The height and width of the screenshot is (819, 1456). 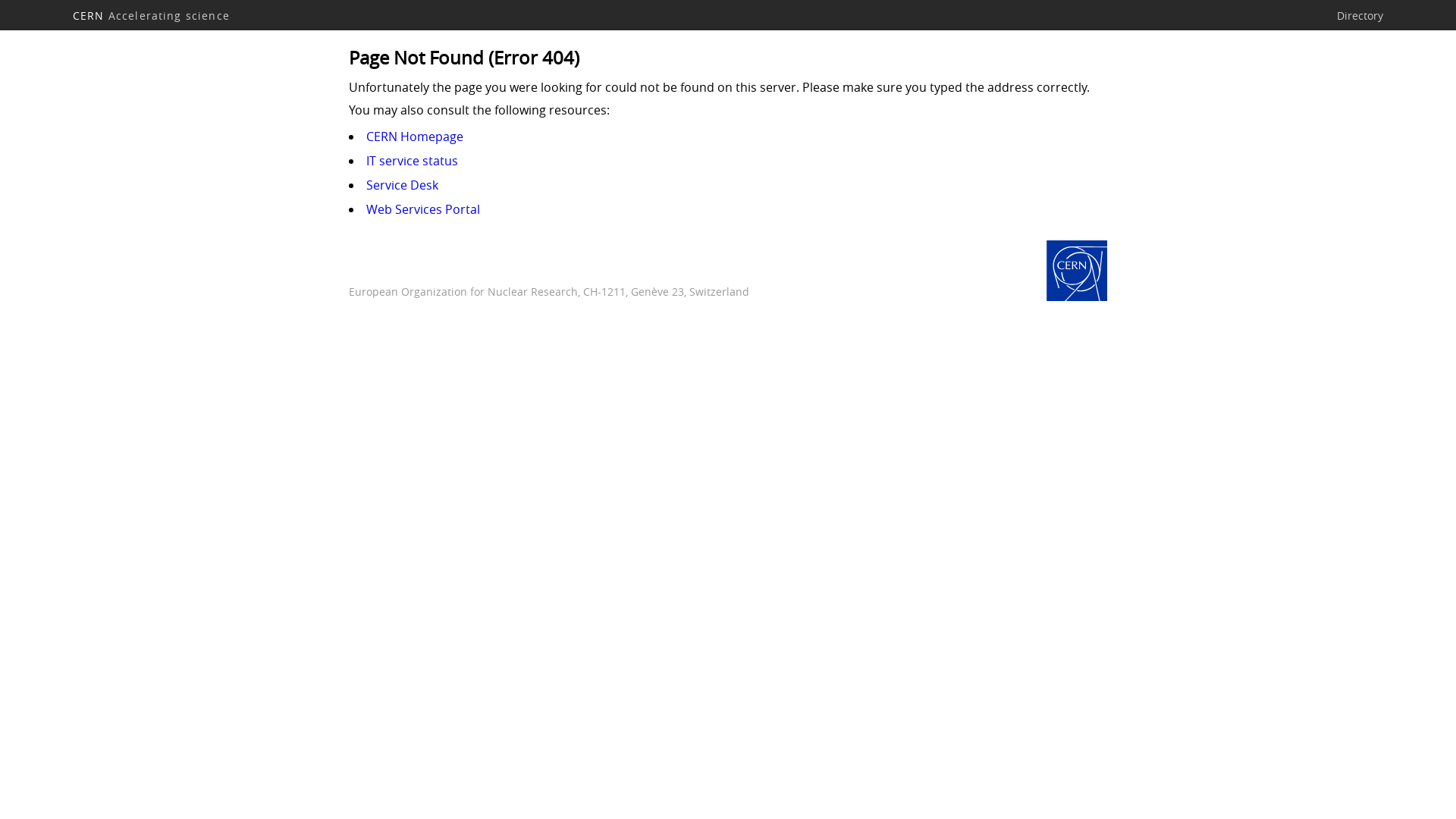 What do you see at coordinates (1360, 14) in the screenshot?
I see `'Directory'` at bounding box center [1360, 14].